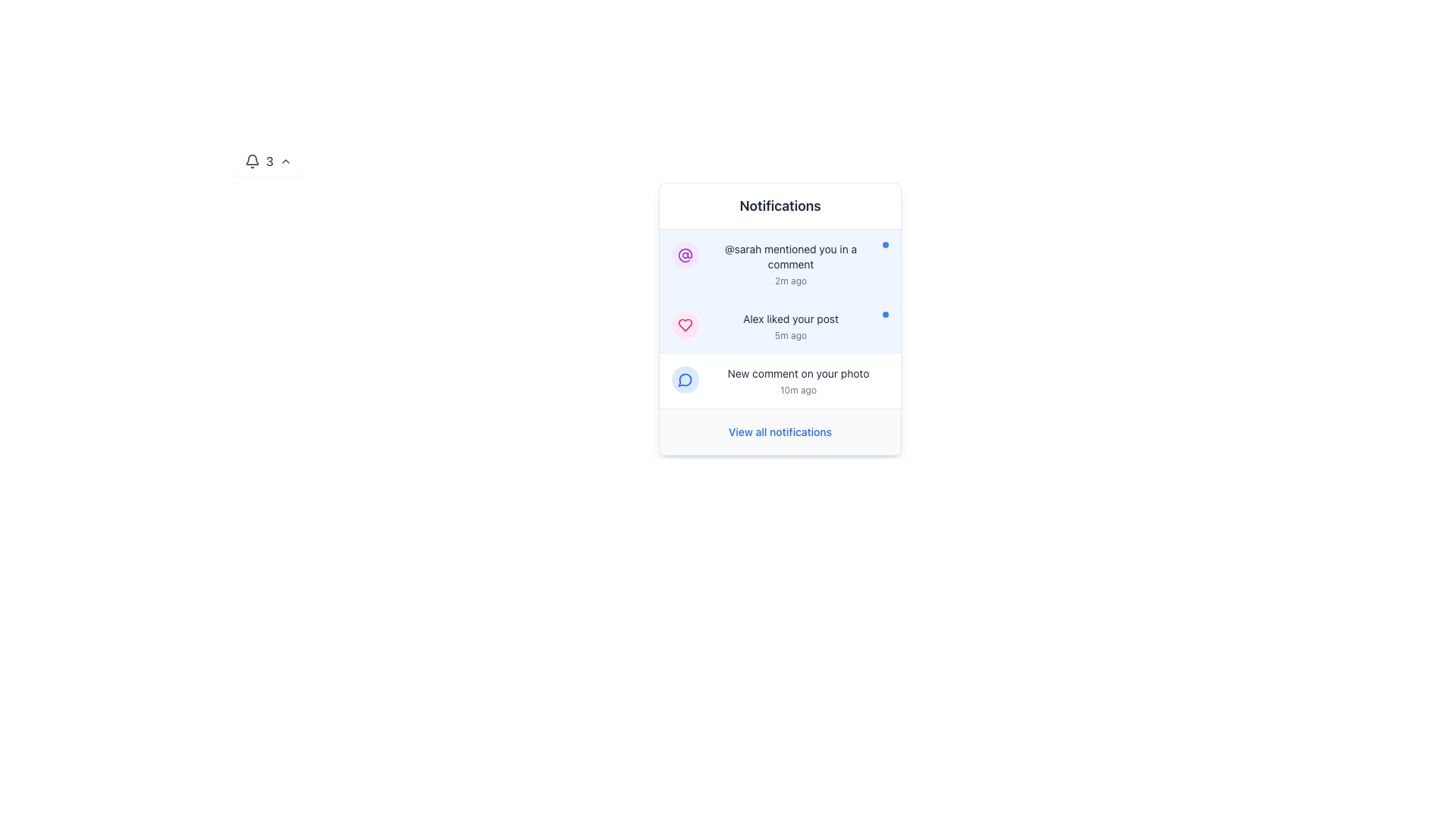  I want to click on the chevron icon located at the rightmost side of the notification toggle component, so click(285, 161).